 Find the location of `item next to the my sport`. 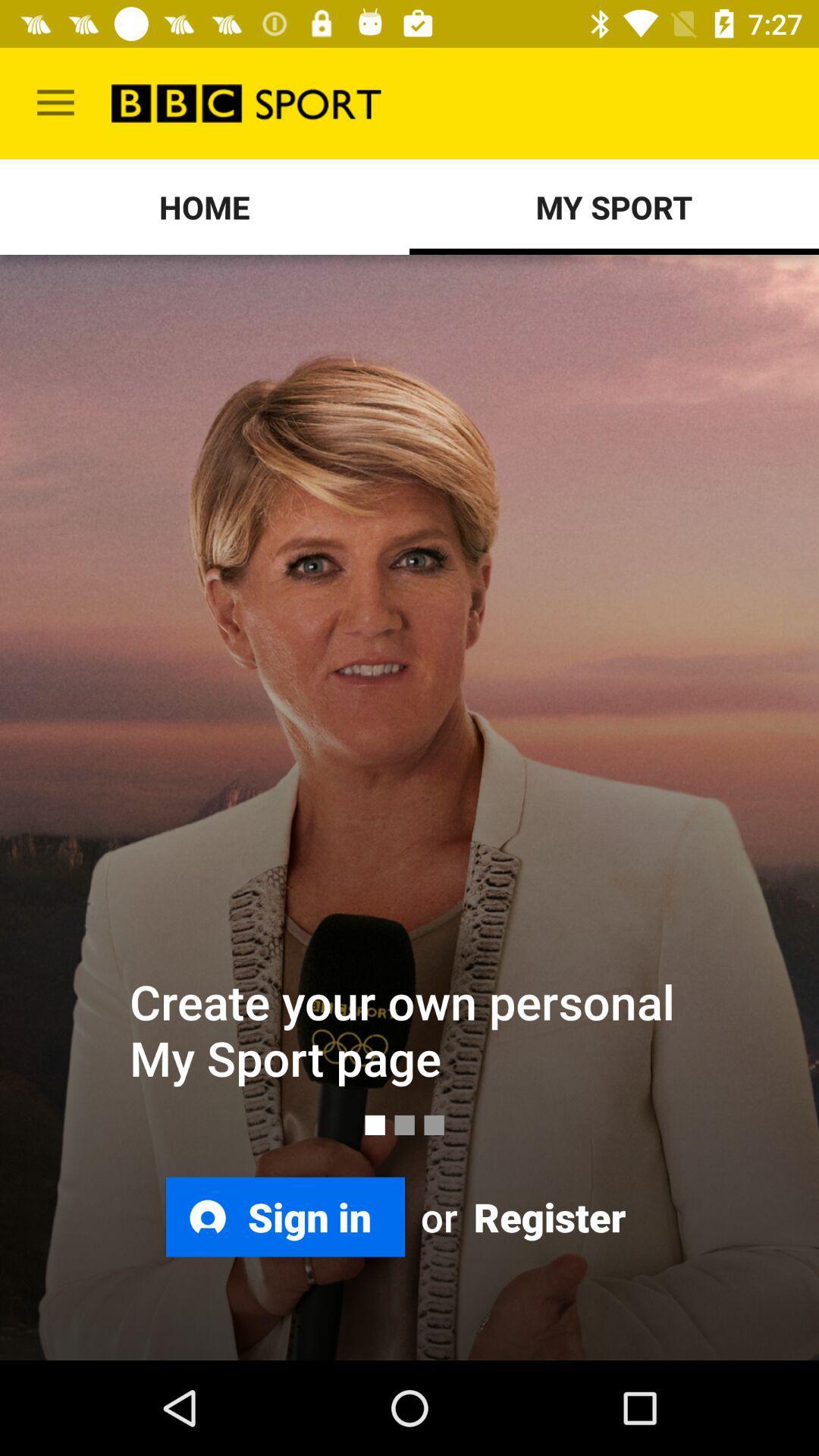

item next to the my sport is located at coordinates (205, 206).